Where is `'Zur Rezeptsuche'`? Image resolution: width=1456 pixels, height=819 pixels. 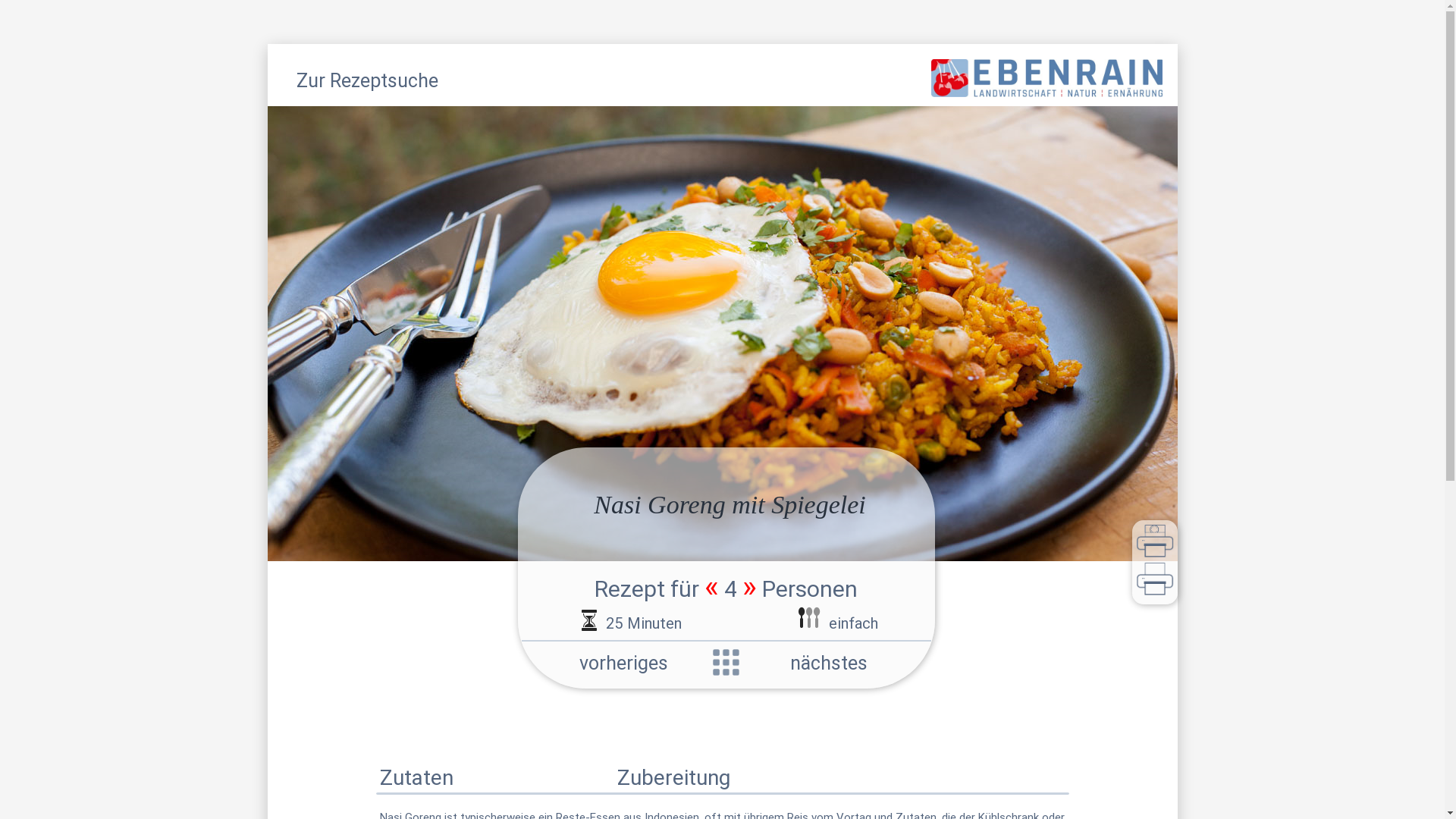 'Zur Rezeptsuche' is located at coordinates (366, 83).